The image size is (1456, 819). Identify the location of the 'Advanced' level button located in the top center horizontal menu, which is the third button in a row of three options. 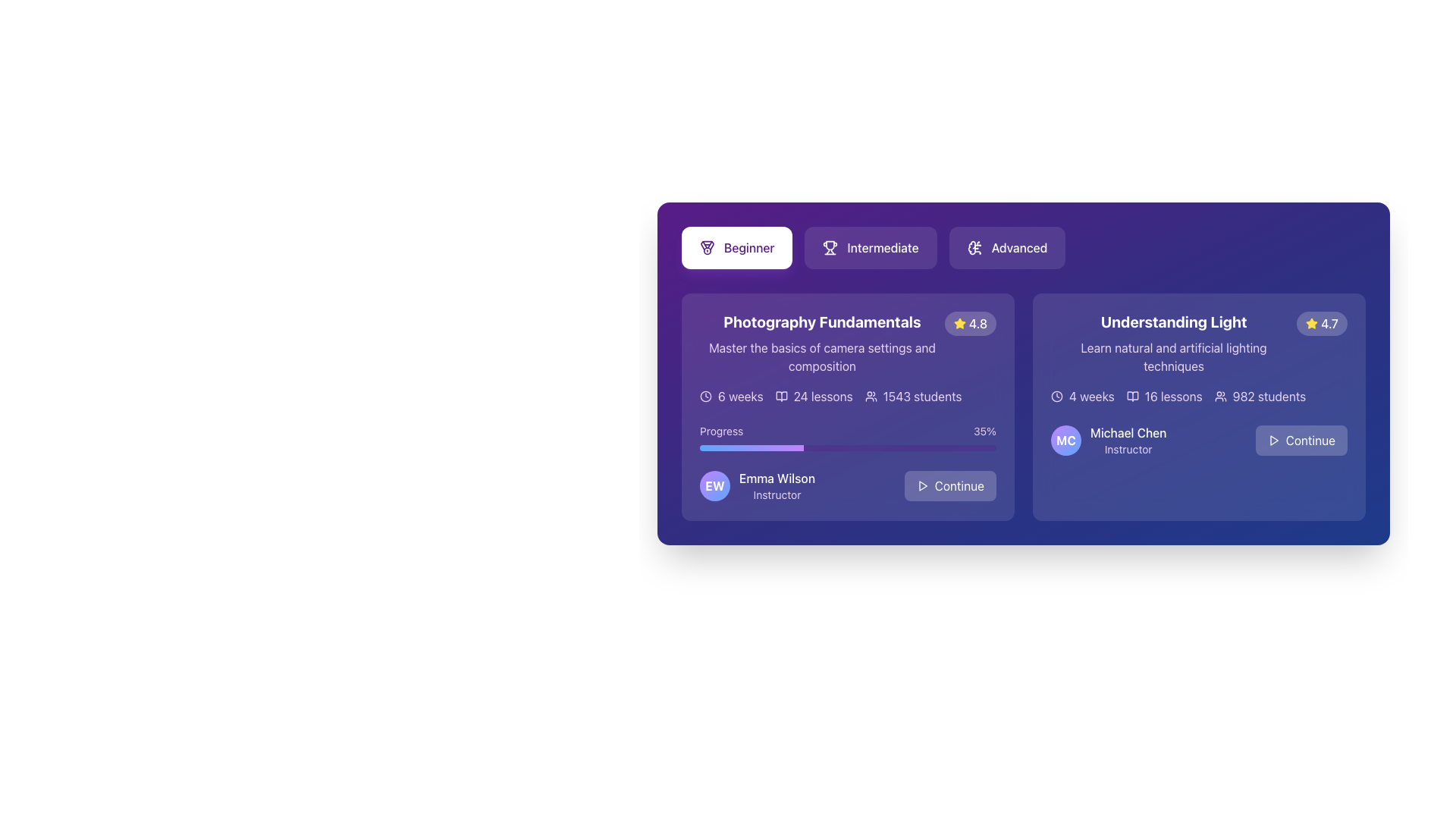
(1007, 247).